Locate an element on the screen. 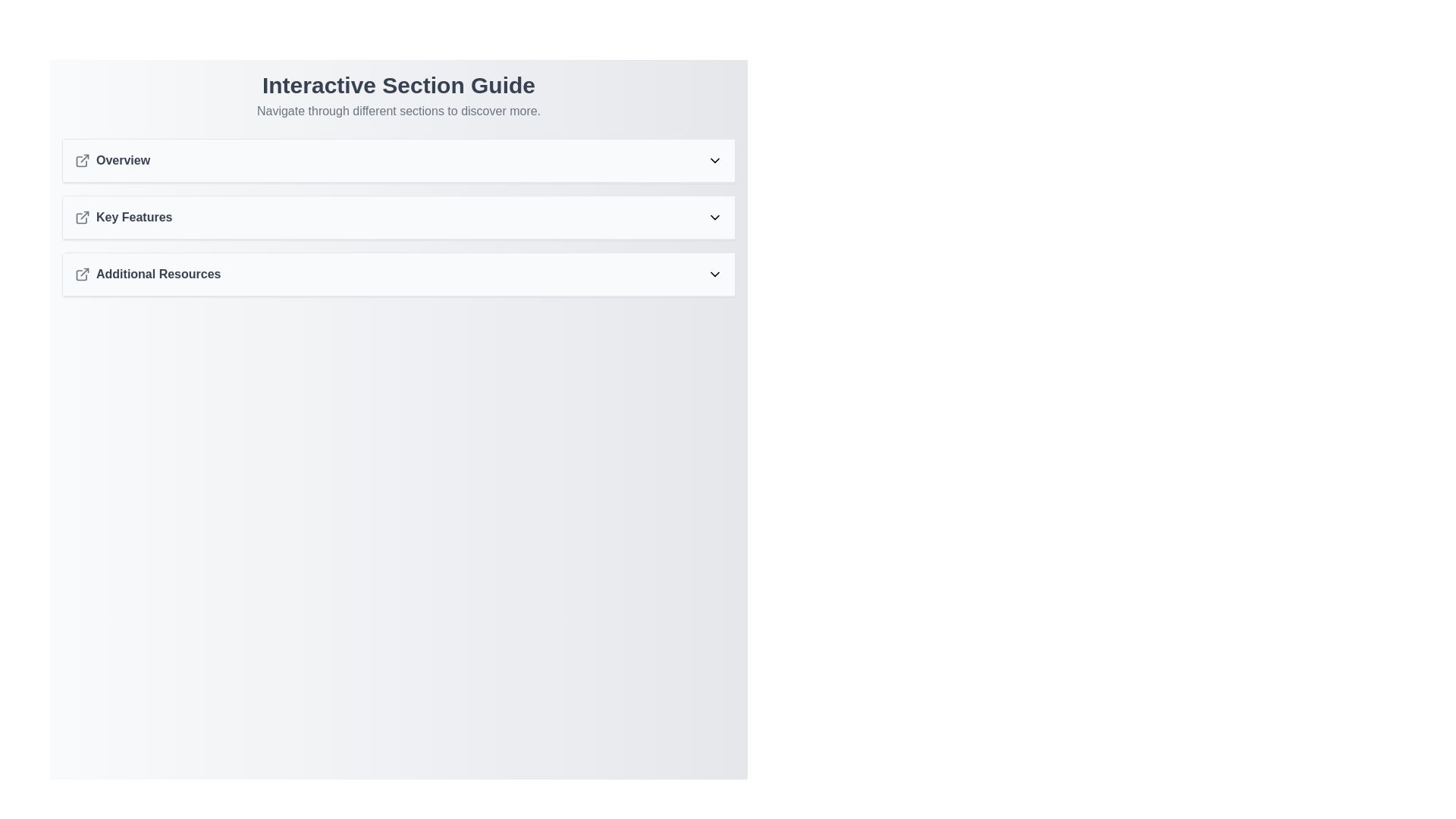  the chevron icon button located at the far right of the 'Overview' section is located at coordinates (714, 161).